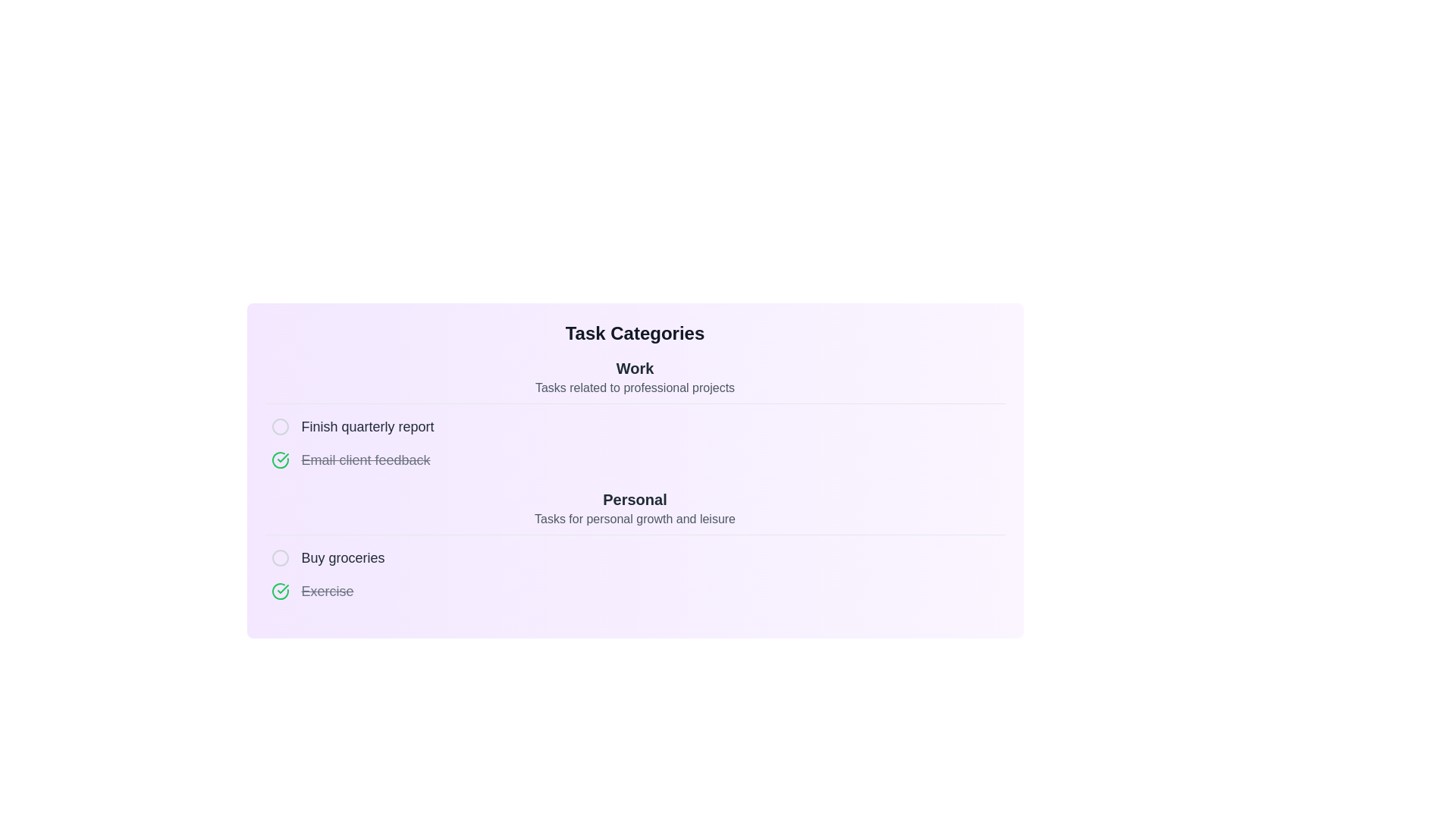 This screenshot has height=819, width=1456. Describe the element at coordinates (635, 380) in the screenshot. I see `the Header with a subtitle element that displays 'Work' and 'Tasks related to professional projects'` at that location.